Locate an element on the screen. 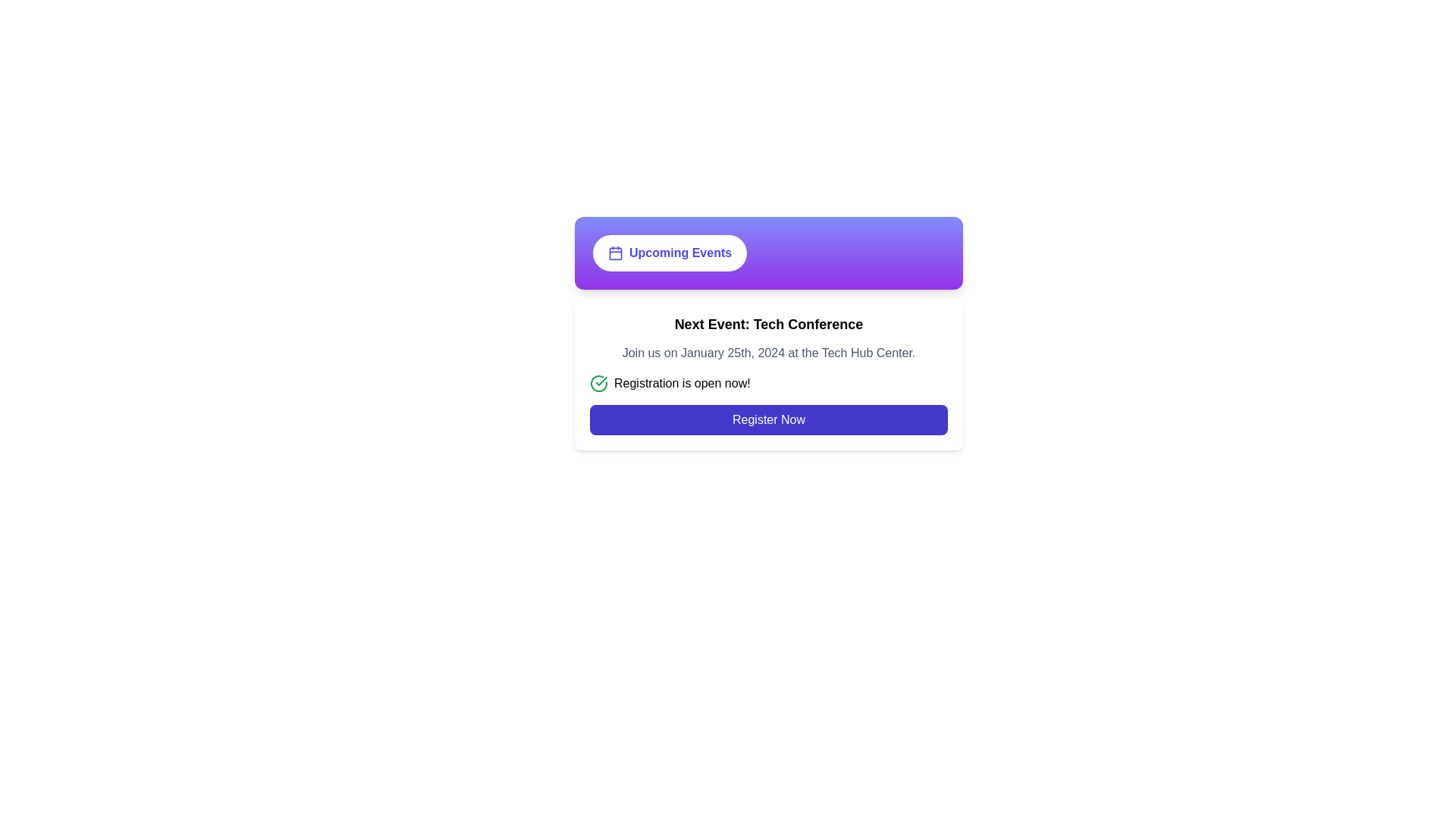 This screenshot has height=819, width=1456. the text label displaying 'Next Event: Tech Conference', which is styled as a prominent headline in bold black font, located below the 'Upcoming Events' section is located at coordinates (768, 324).